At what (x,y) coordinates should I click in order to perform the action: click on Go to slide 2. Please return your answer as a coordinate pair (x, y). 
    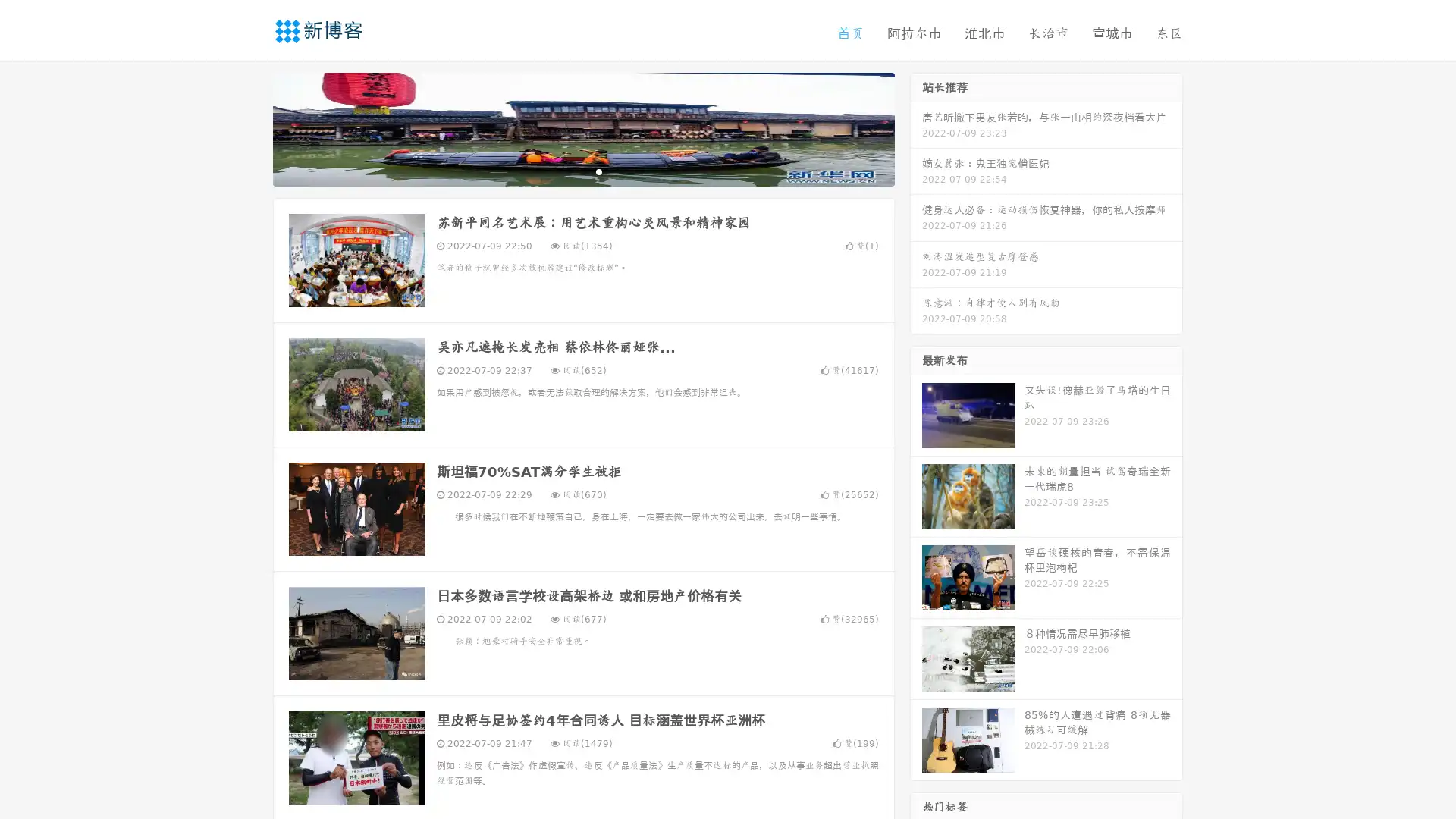
    Looking at the image, I should click on (582, 171).